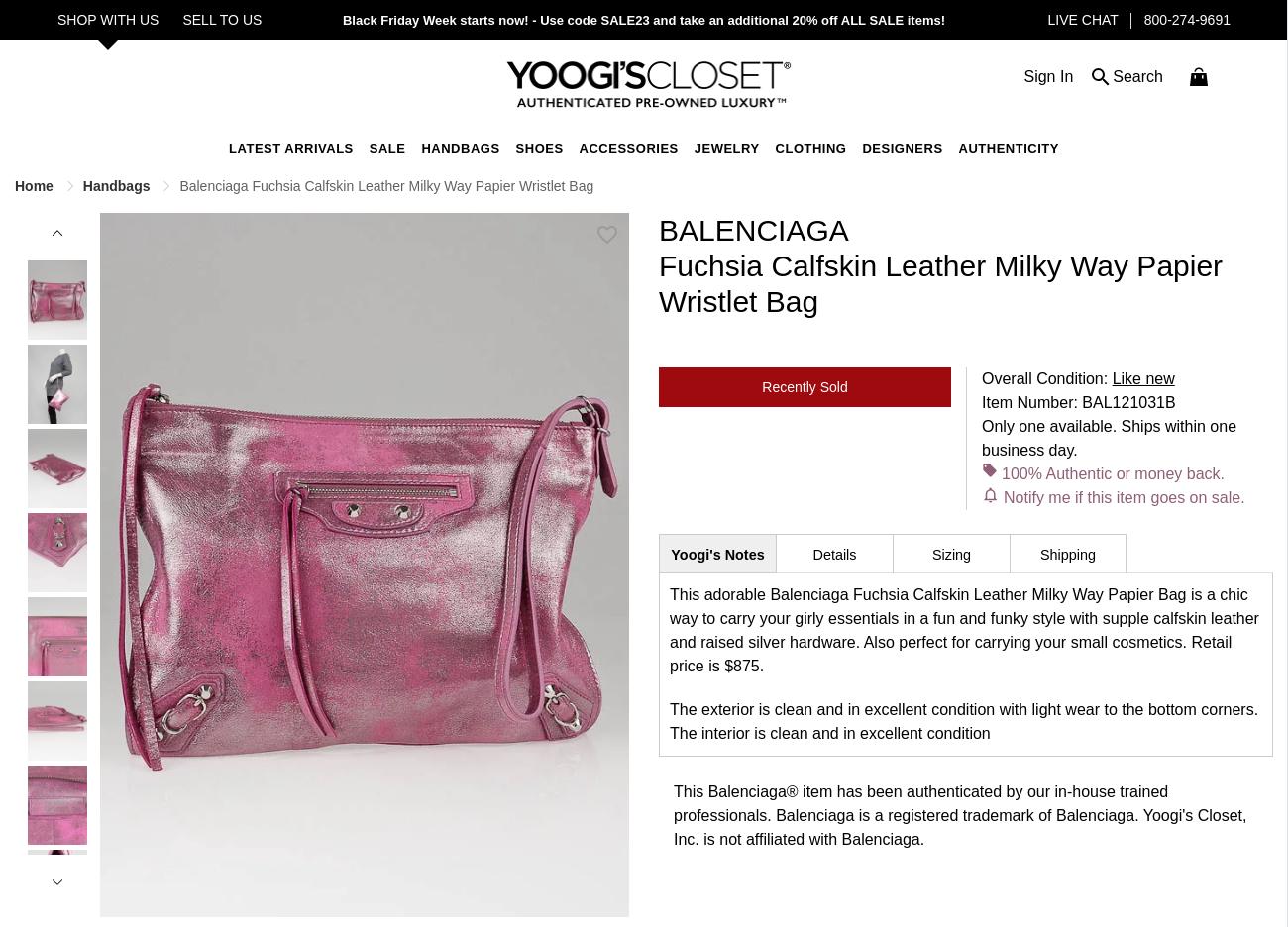 Image resolution: width=1288 pixels, height=927 pixels. I want to click on 'Balenciaga Fuchsia Calfskin Leather Milky Way Papier Wristlet Bag', so click(386, 184).